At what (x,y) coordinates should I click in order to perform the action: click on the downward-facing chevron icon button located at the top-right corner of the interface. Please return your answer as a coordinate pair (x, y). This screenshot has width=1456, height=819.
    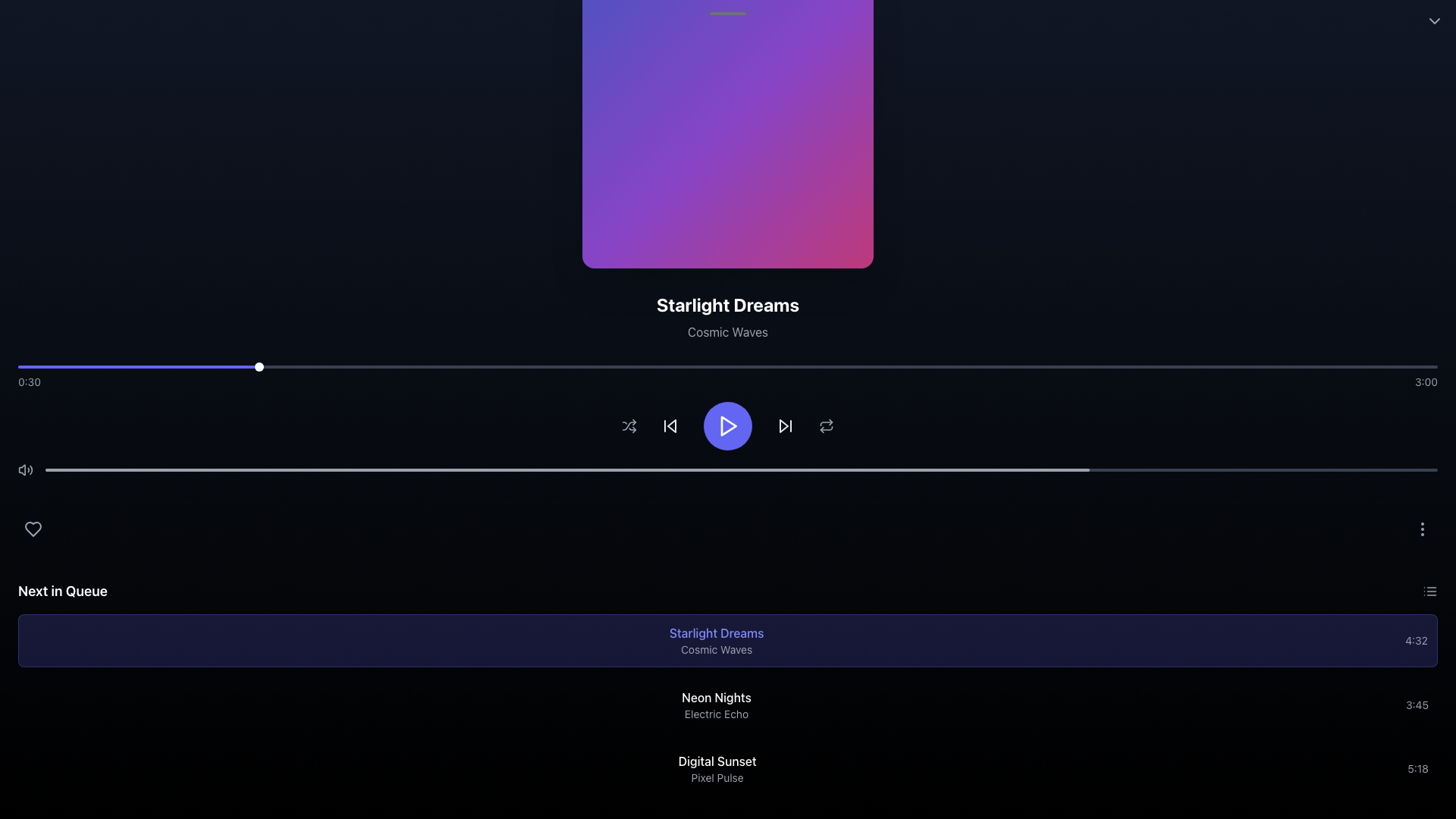
    Looking at the image, I should click on (1433, 20).